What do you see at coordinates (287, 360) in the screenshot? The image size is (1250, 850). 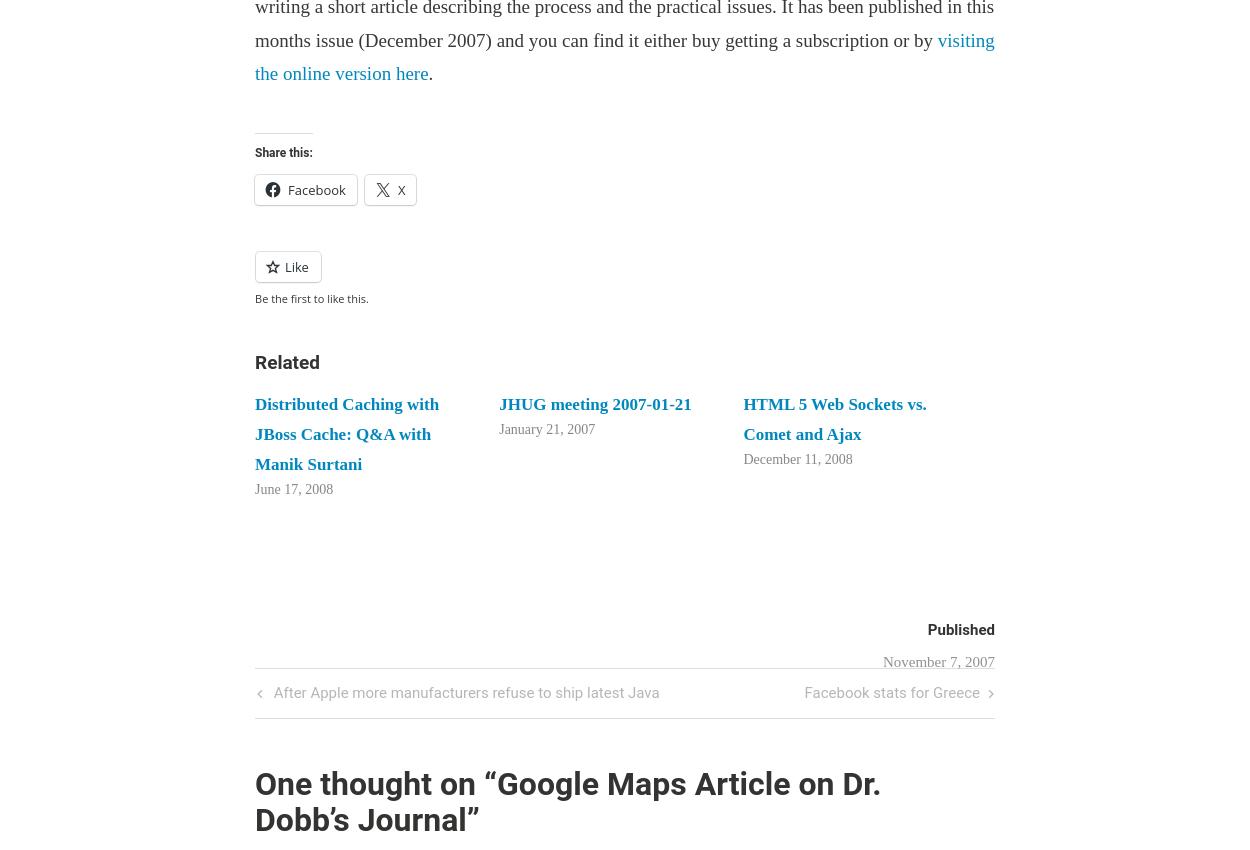 I see `'Related'` at bounding box center [287, 360].